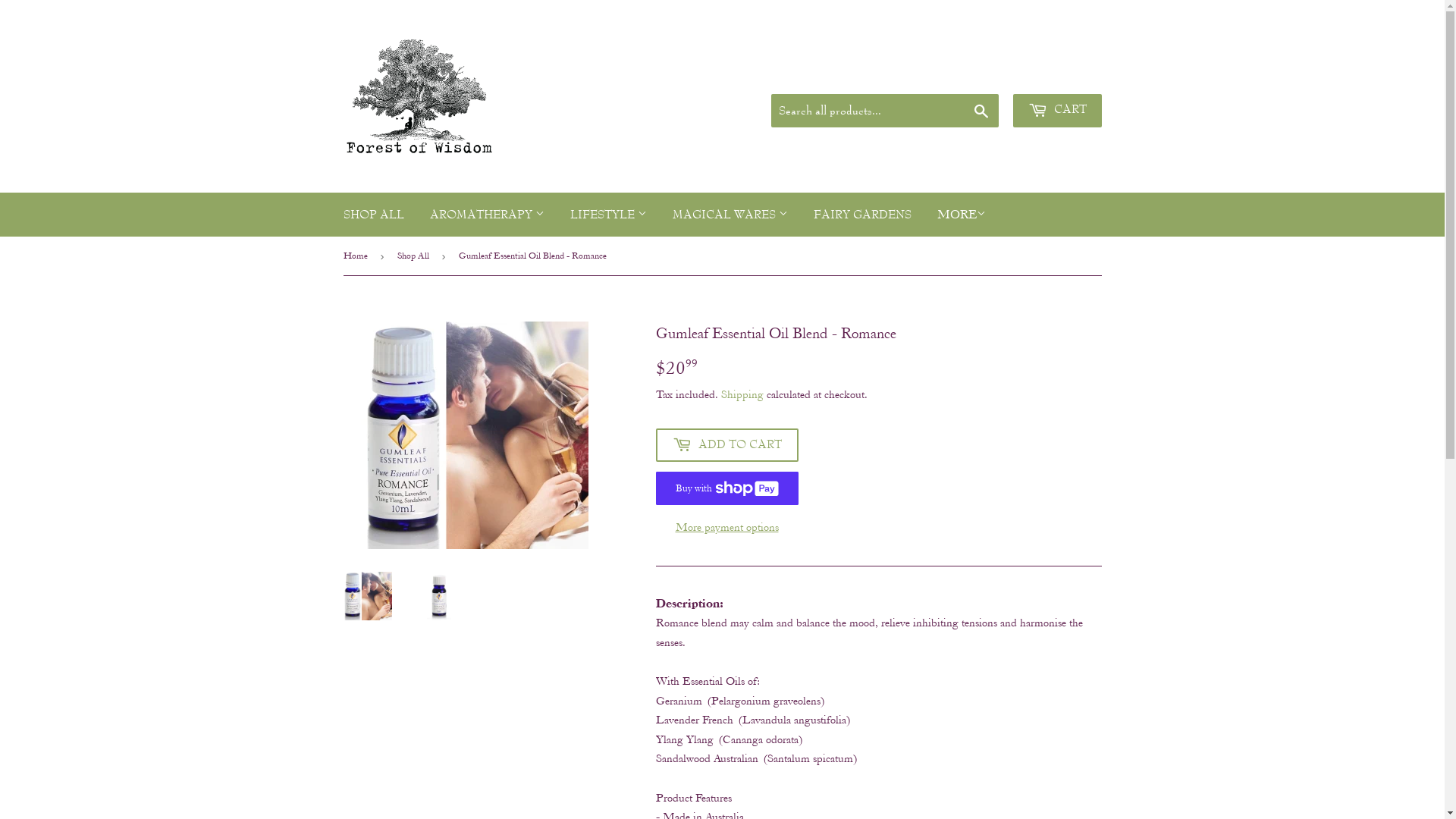 Image resolution: width=1456 pixels, height=819 pixels. Describe the element at coordinates (607, 215) in the screenshot. I see `'LIFESTYLE'` at that location.